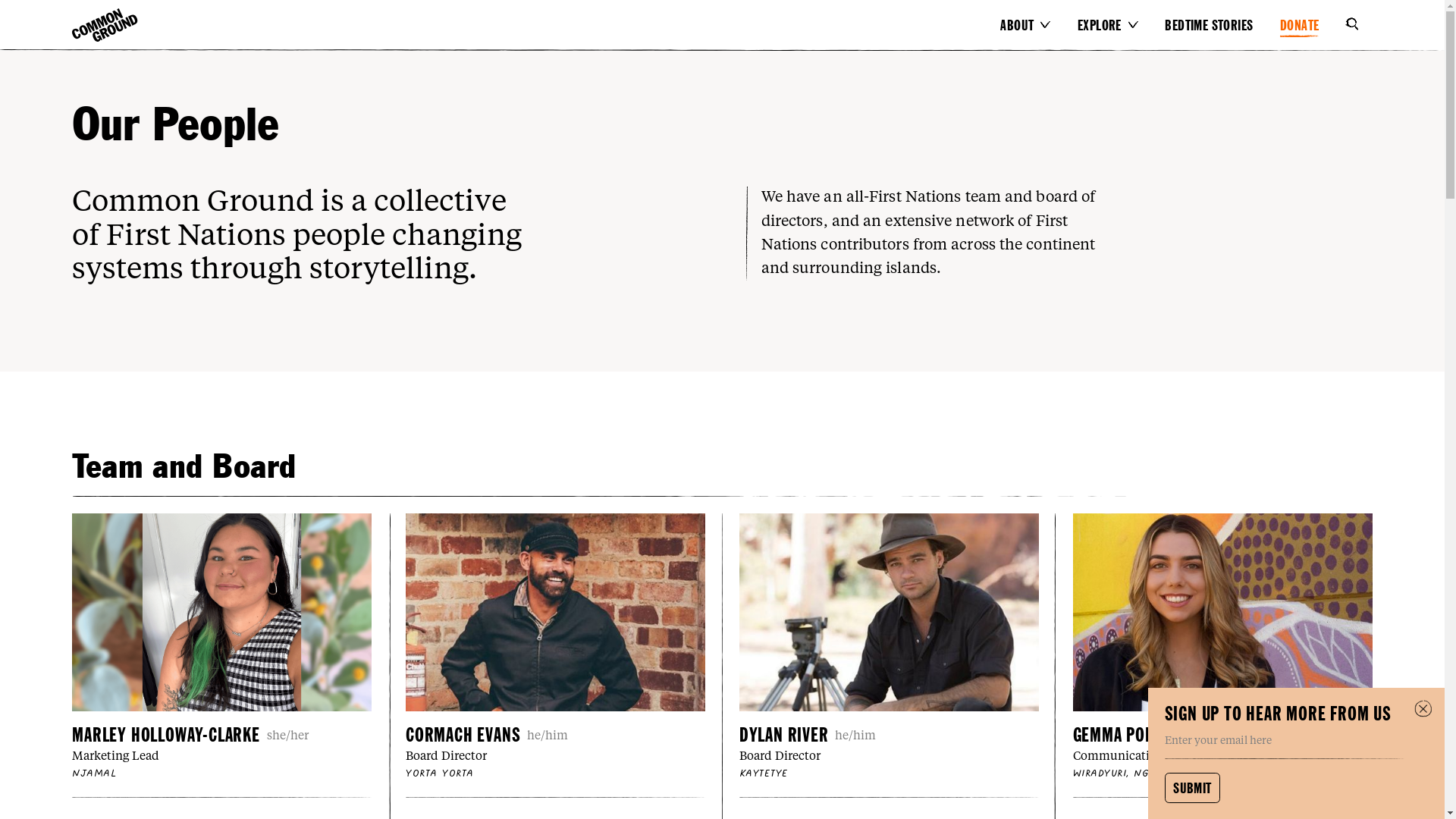  I want to click on 'BEDTIME STORIES', so click(1219, 25).